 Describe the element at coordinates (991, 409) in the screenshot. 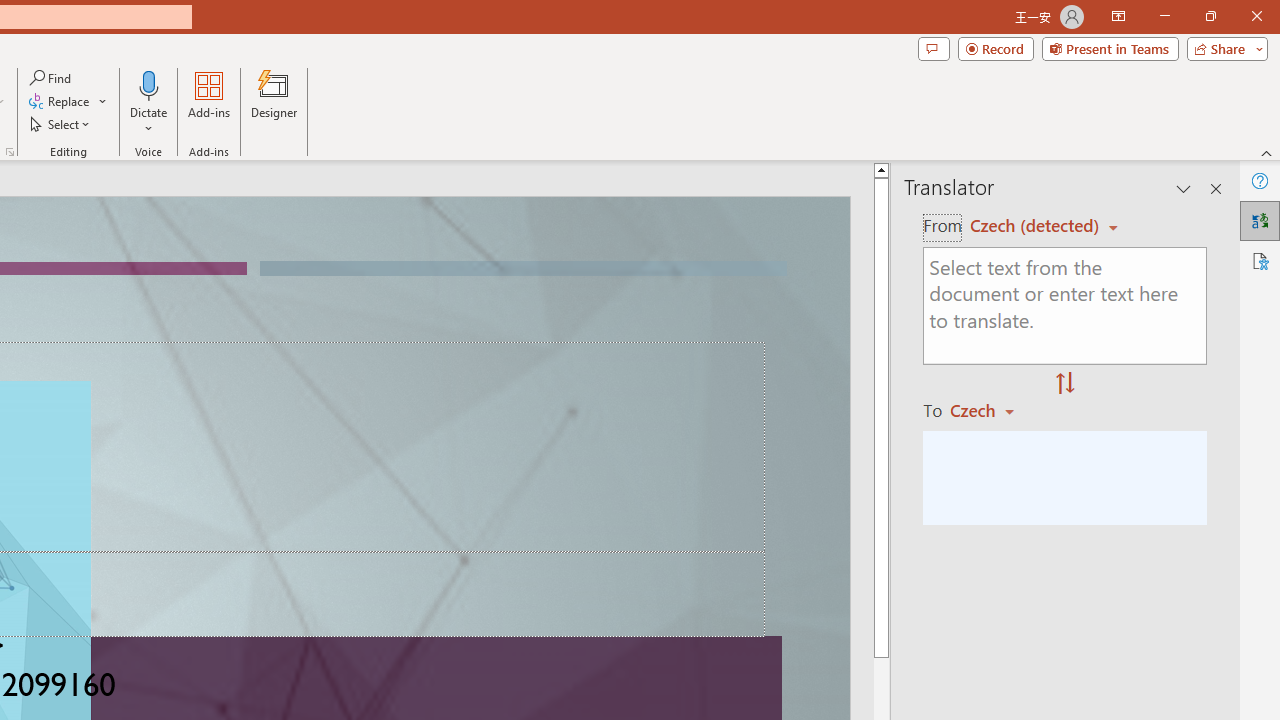

I see `'Czech'` at that location.